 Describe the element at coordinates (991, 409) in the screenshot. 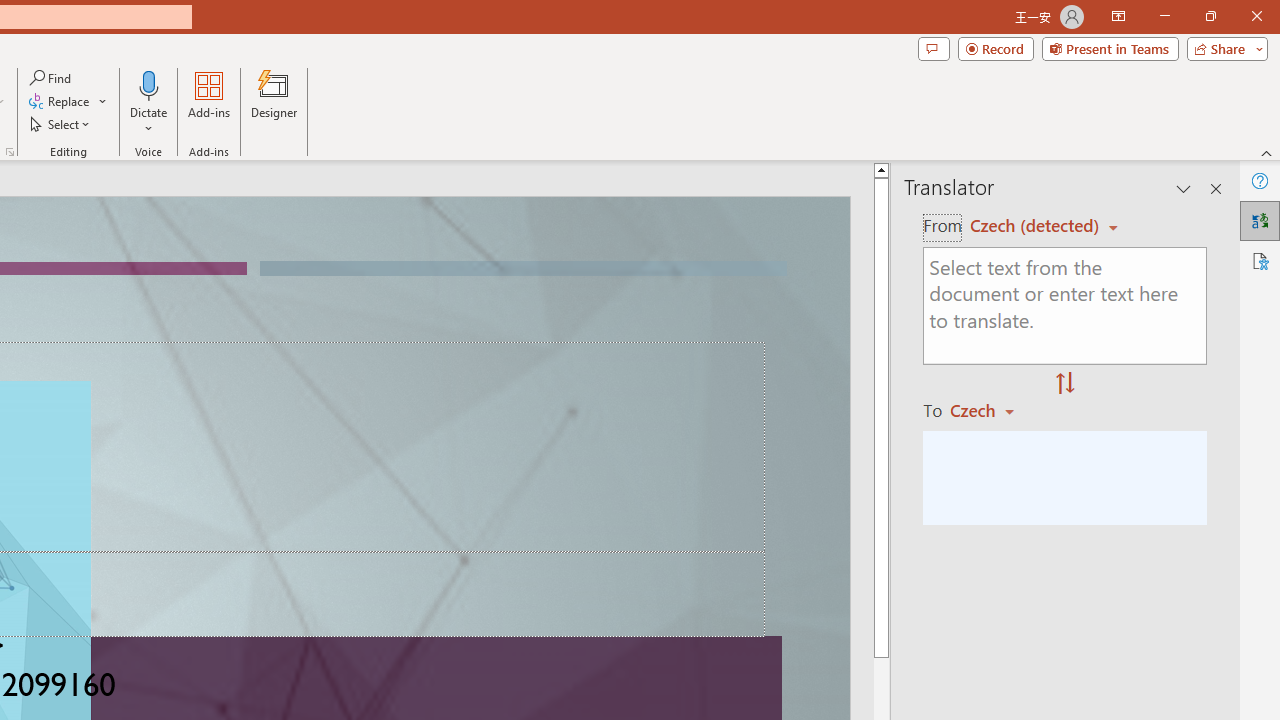

I see `'Czech'` at that location.